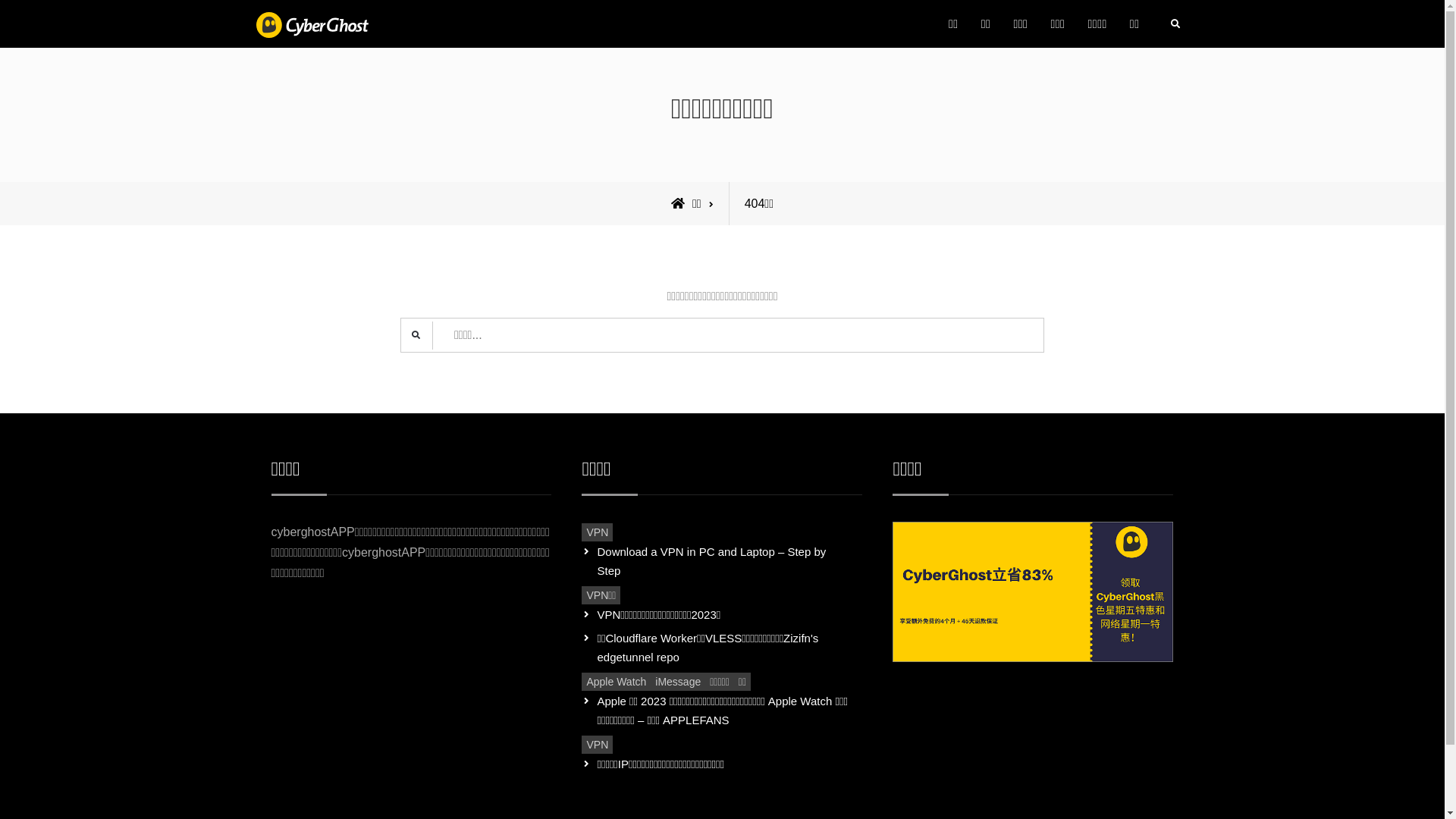 The width and height of the screenshot is (1456, 819). I want to click on 'iMessage', so click(676, 680).